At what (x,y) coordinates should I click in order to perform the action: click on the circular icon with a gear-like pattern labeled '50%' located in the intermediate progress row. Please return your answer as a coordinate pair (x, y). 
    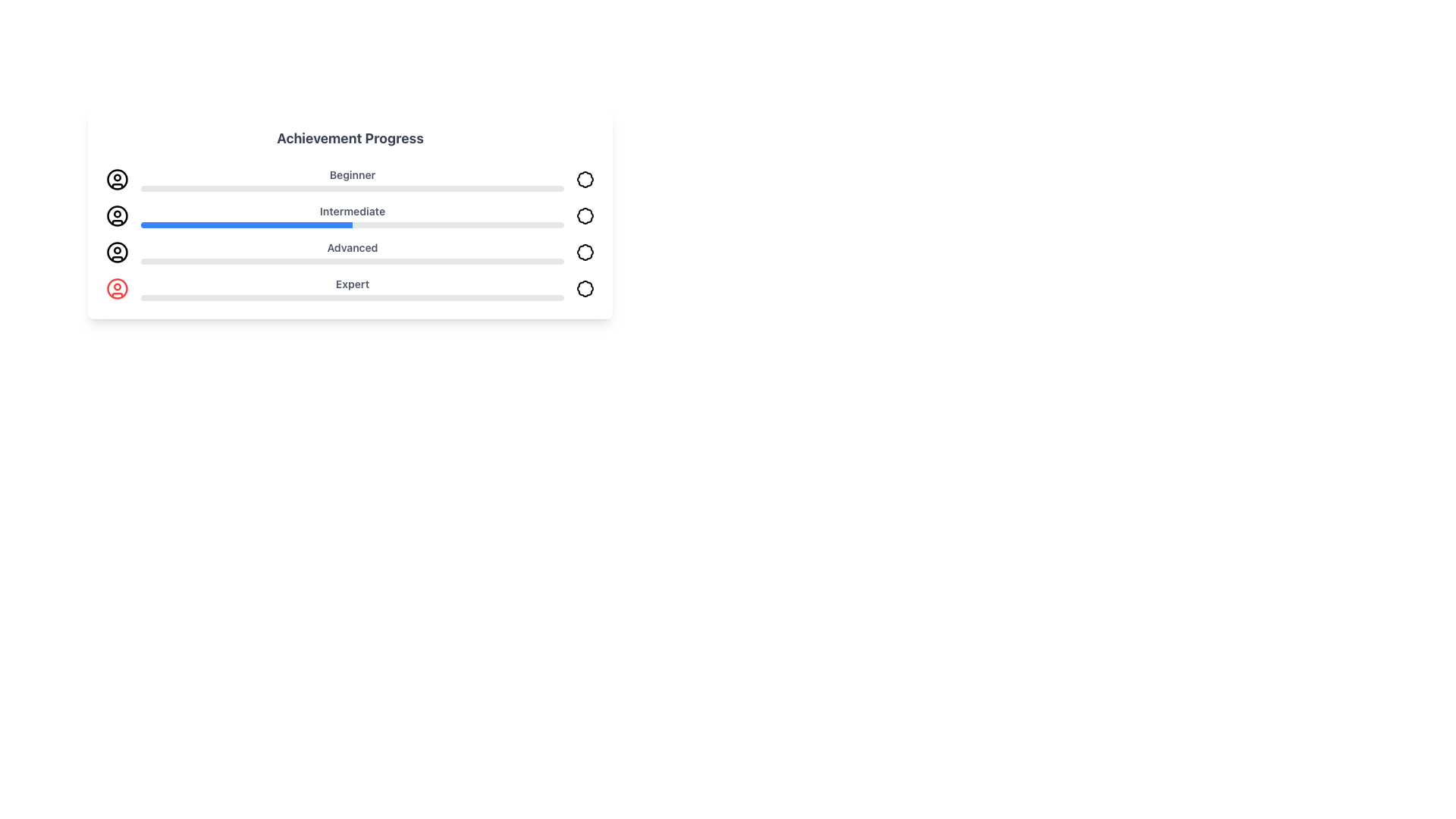
    Looking at the image, I should click on (585, 216).